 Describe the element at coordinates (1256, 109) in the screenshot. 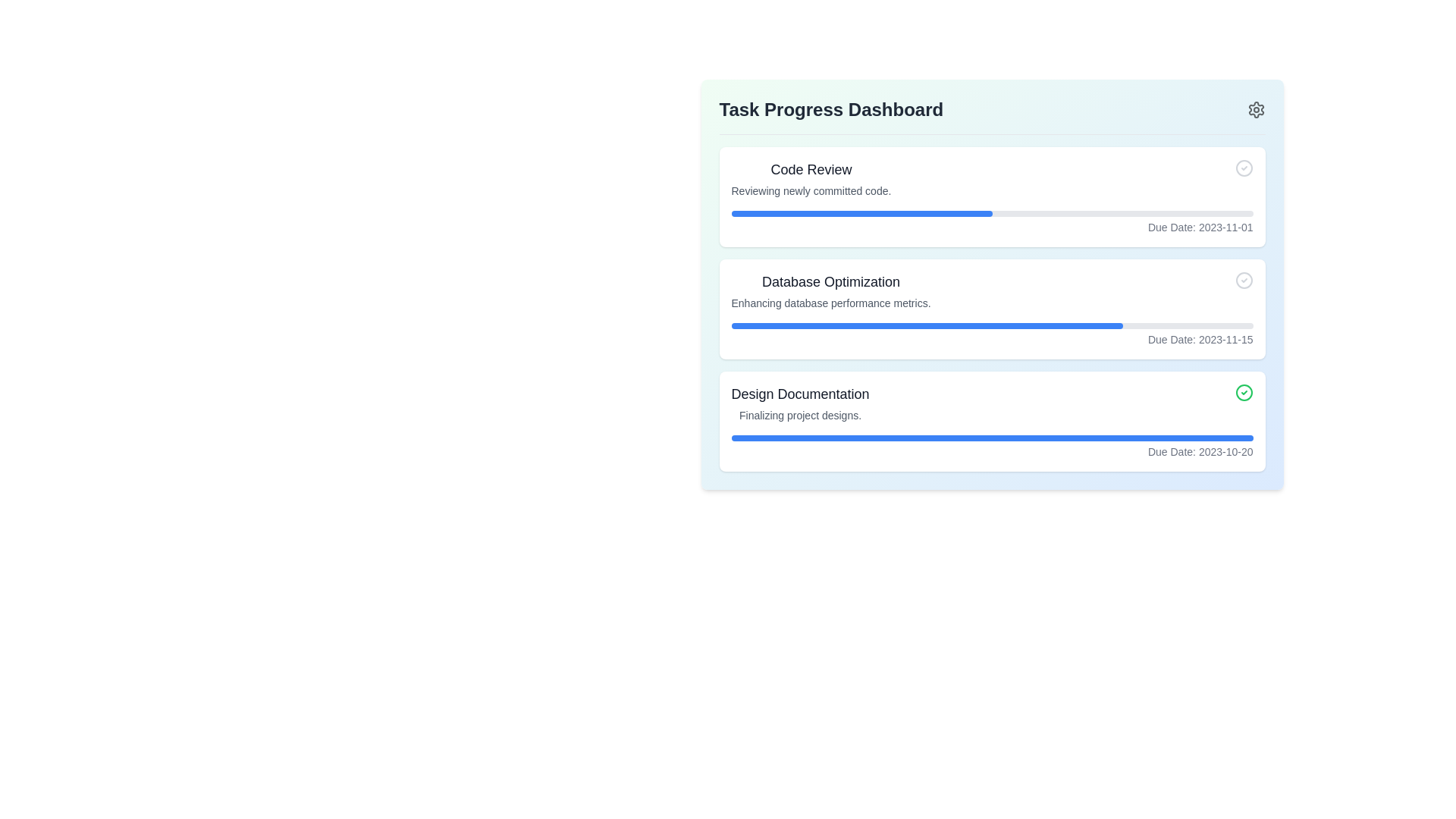

I see `the settings SVG icon located at the top-right corner of the Task Progress Dashboard` at that location.